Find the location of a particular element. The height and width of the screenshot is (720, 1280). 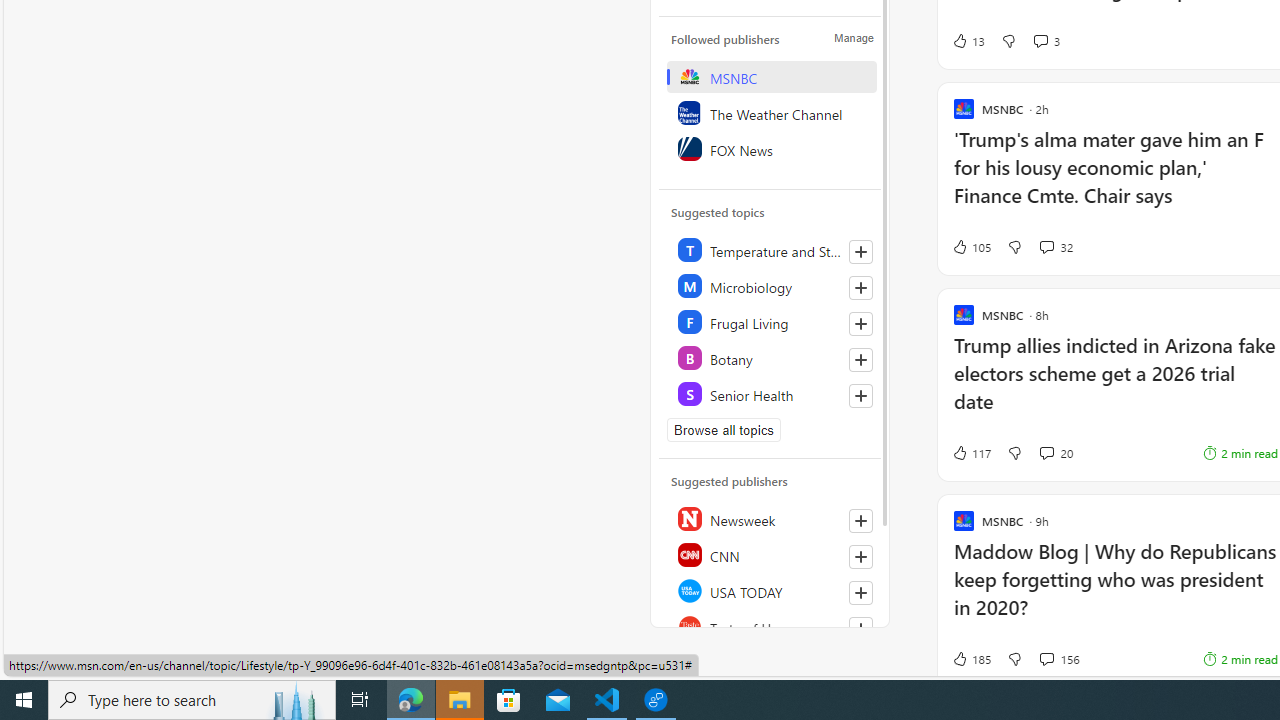

'Browse all topics' is located at coordinates (723, 429).